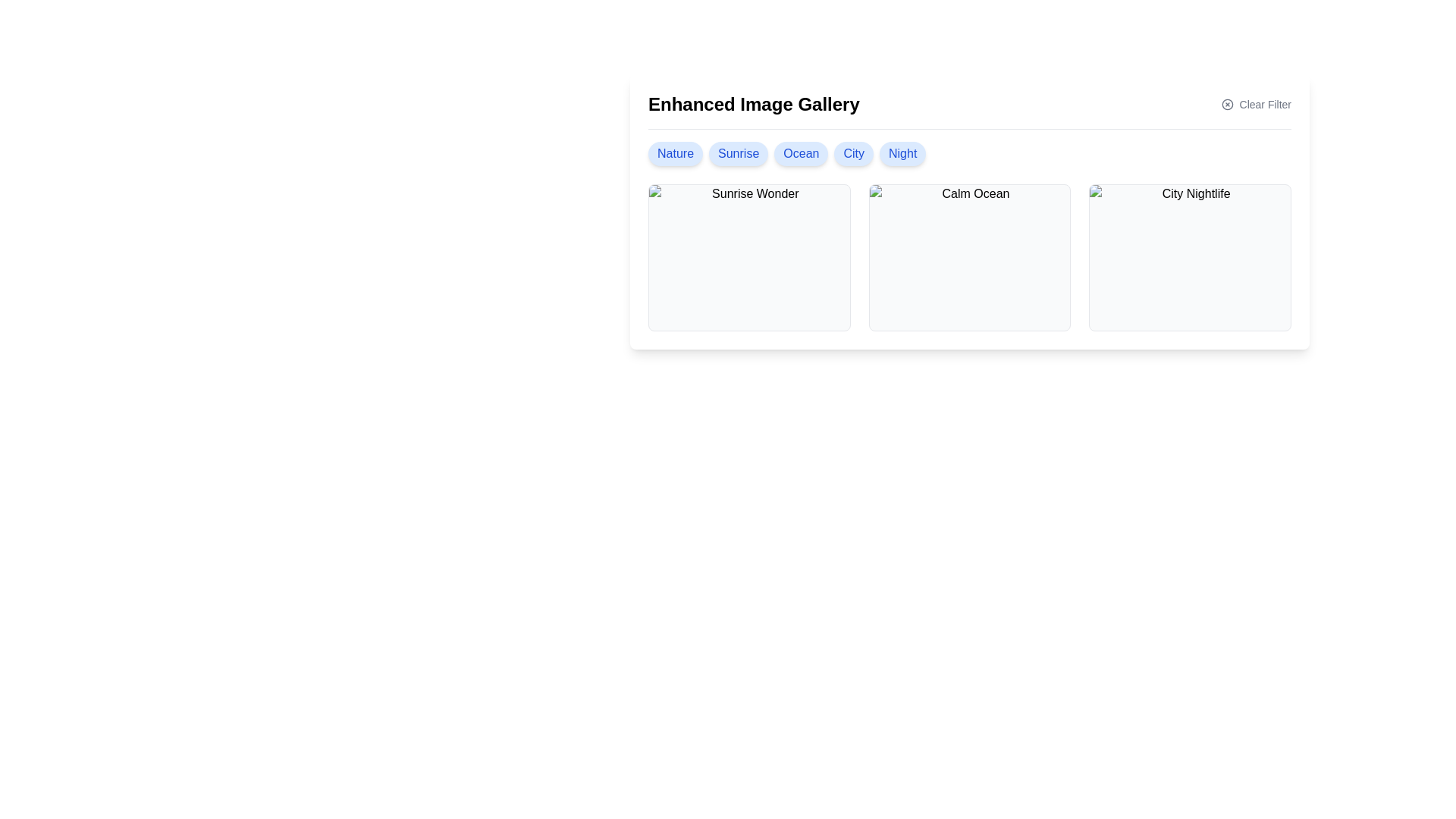 This screenshot has width=1456, height=819. Describe the element at coordinates (1256, 104) in the screenshot. I see `the button located in the top-right corner adjacent to the header 'Enhanced Image Gallery' to clear filters and reset the displayed content to its original state` at that location.